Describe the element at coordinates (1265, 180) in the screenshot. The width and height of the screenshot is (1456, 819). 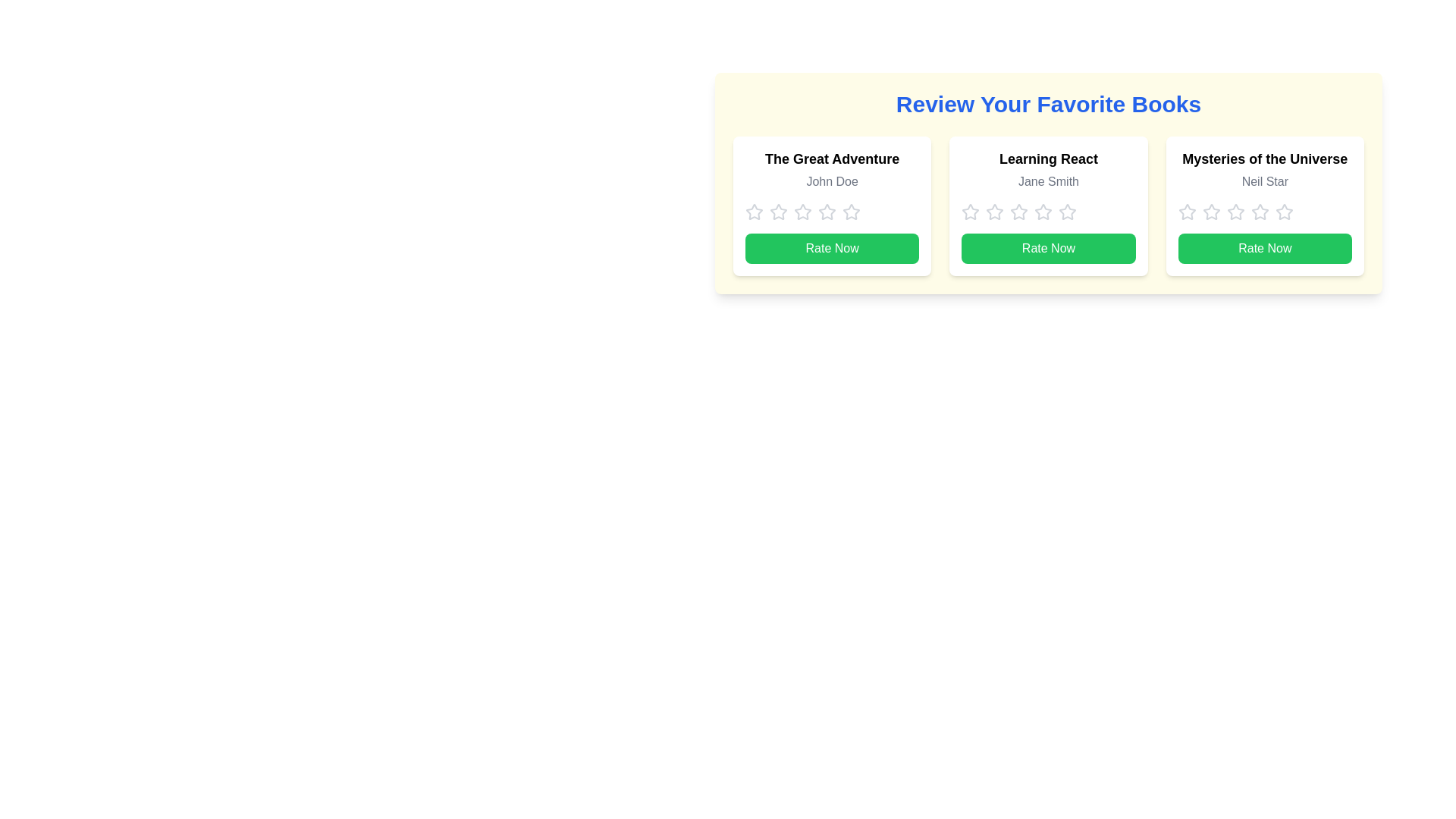
I see `the text label reading 'Neil Star', which is styled in a smaller gray font and positioned below the title 'Mysteries of the Universe' and above the star rating icons` at that location.